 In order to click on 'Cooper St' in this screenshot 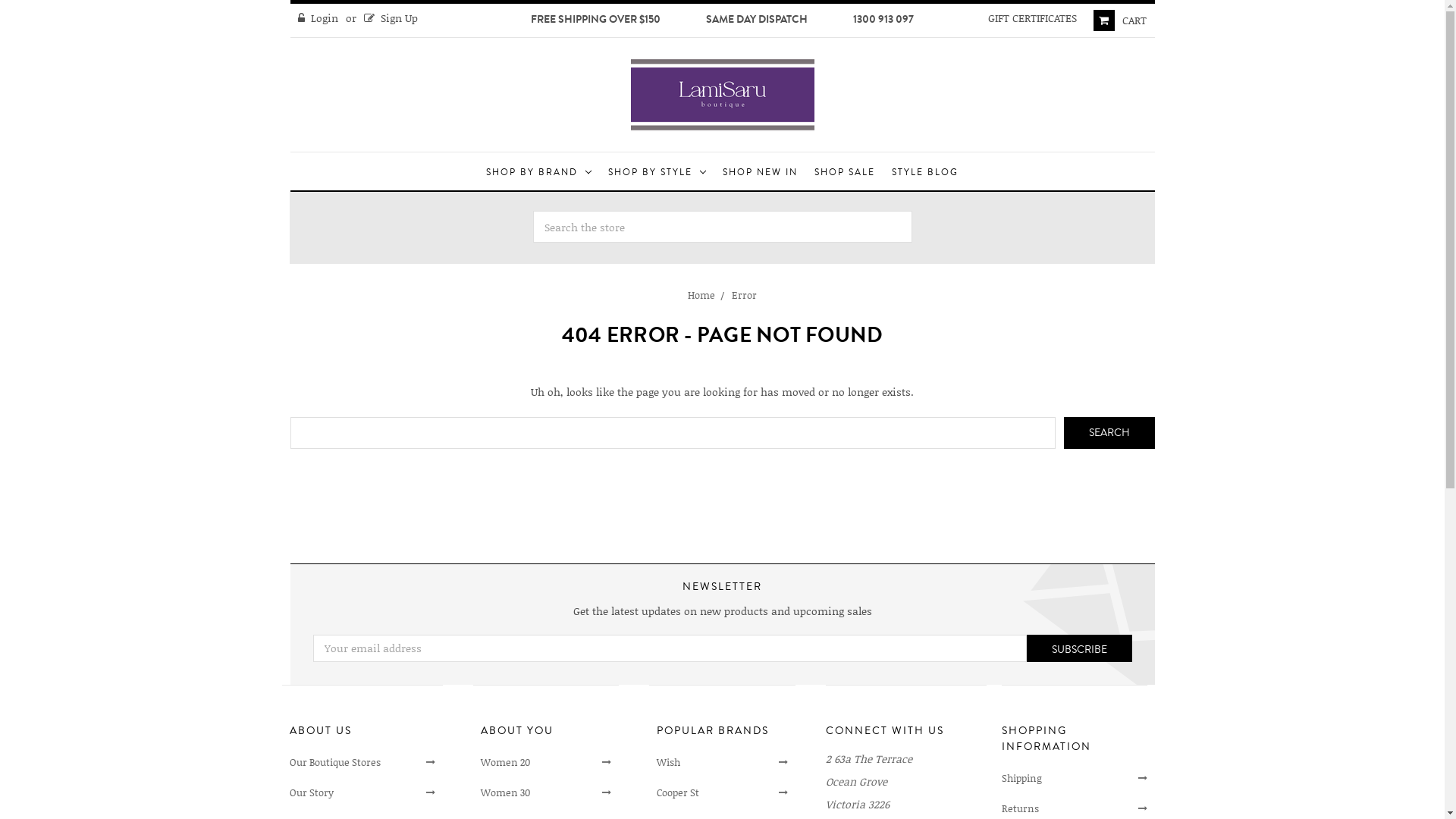, I will do `click(656, 792)`.